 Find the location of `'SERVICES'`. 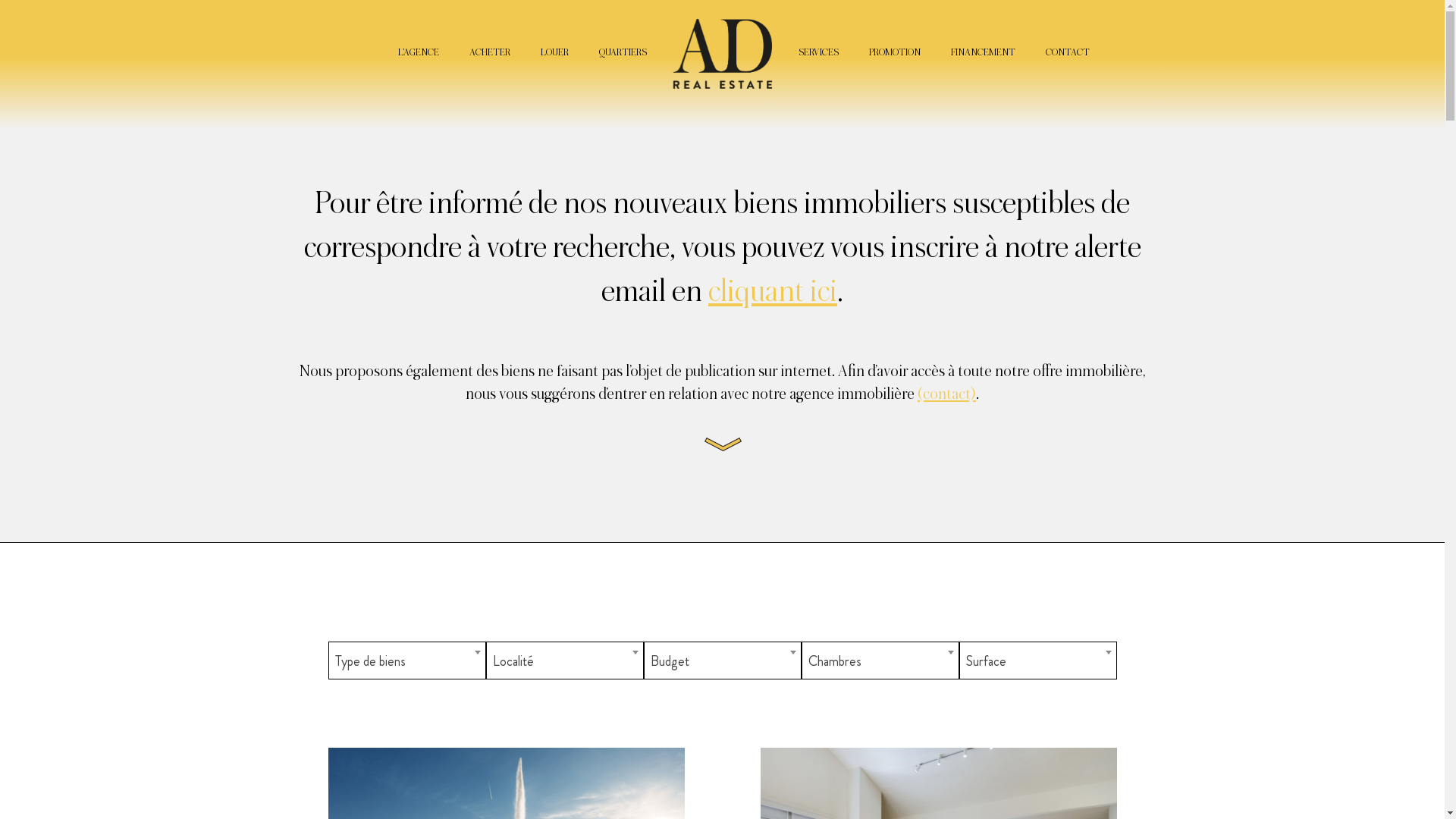

'SERVICES' is located at coordinates (817, 52).